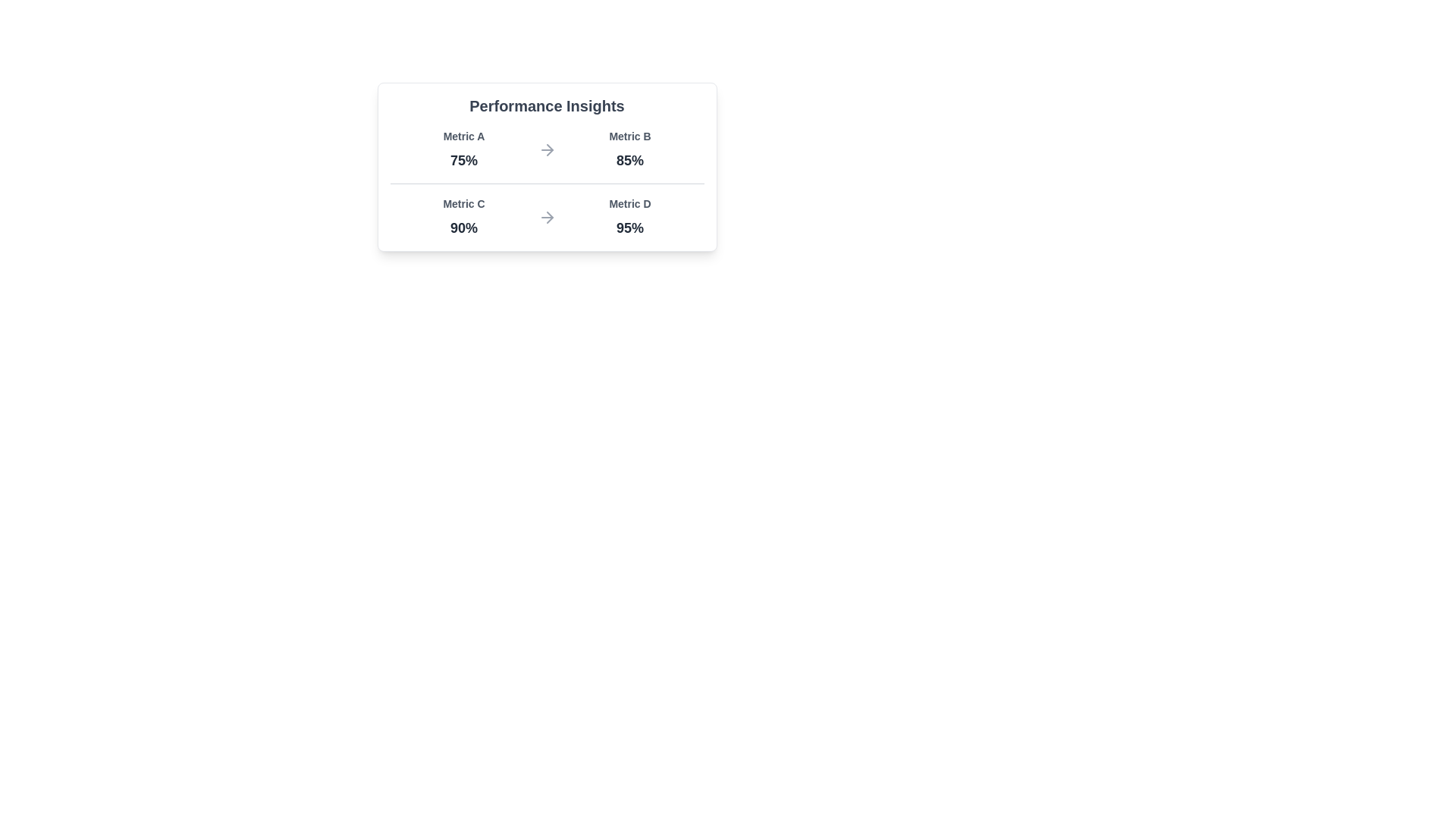 The width and height of the screenshot is (1456, 819). I want to click on the label displaying 'Metric C', which is located in the lower-left quadrant of the 'Performance Insights' section, positioned above '90%' and next to 'Metric D', so click(463, 203).